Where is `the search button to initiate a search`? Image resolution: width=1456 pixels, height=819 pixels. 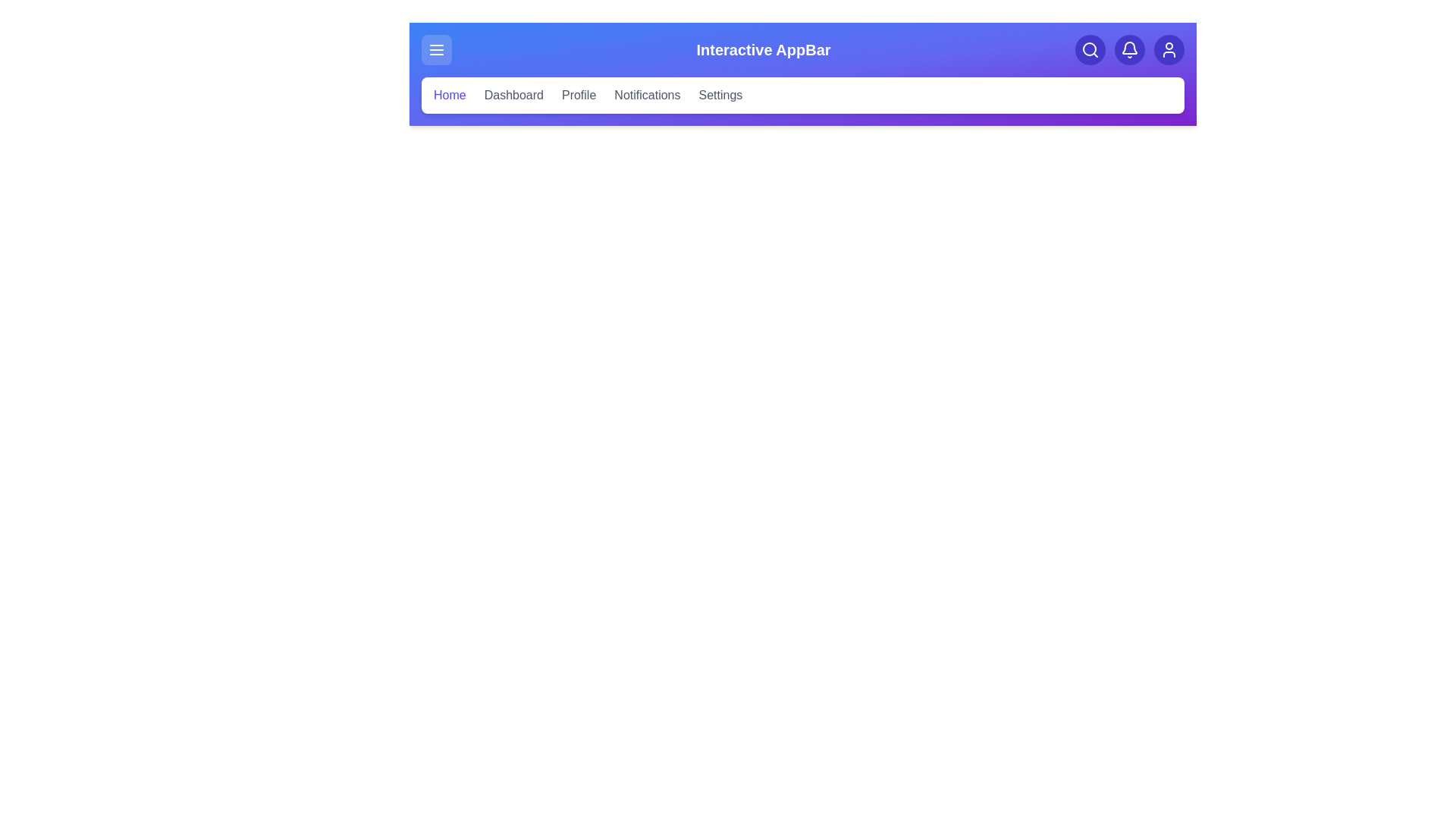
the search button to initiate a search is located at coordinates (1090, 49).